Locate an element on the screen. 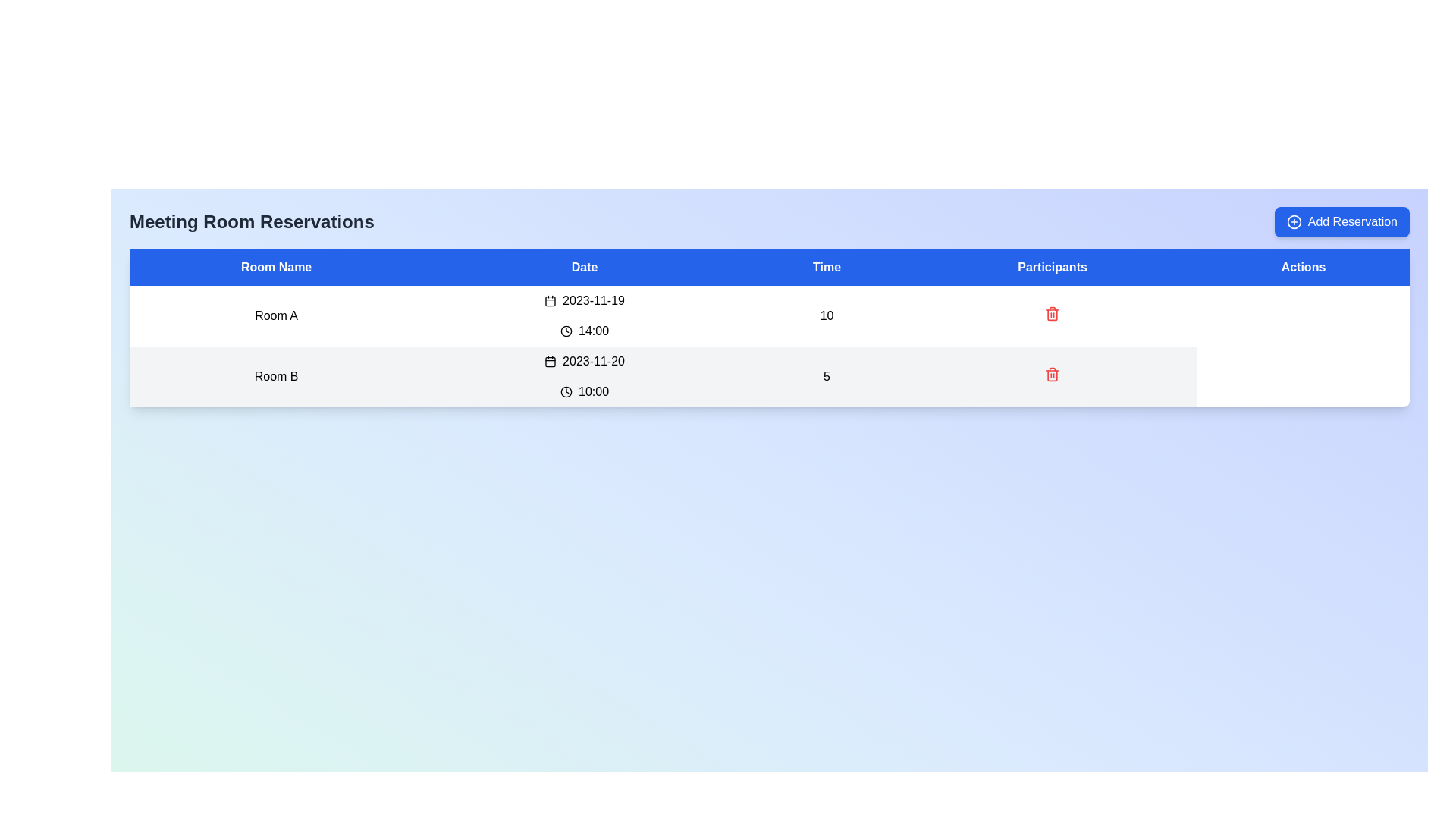 This screenshot has height=819, width=1456. the date reservation element located in the second row of the table under the 'Date' column, positioned to the right of 'Room B' and above '10:00' is located at coordinates (584, 362).